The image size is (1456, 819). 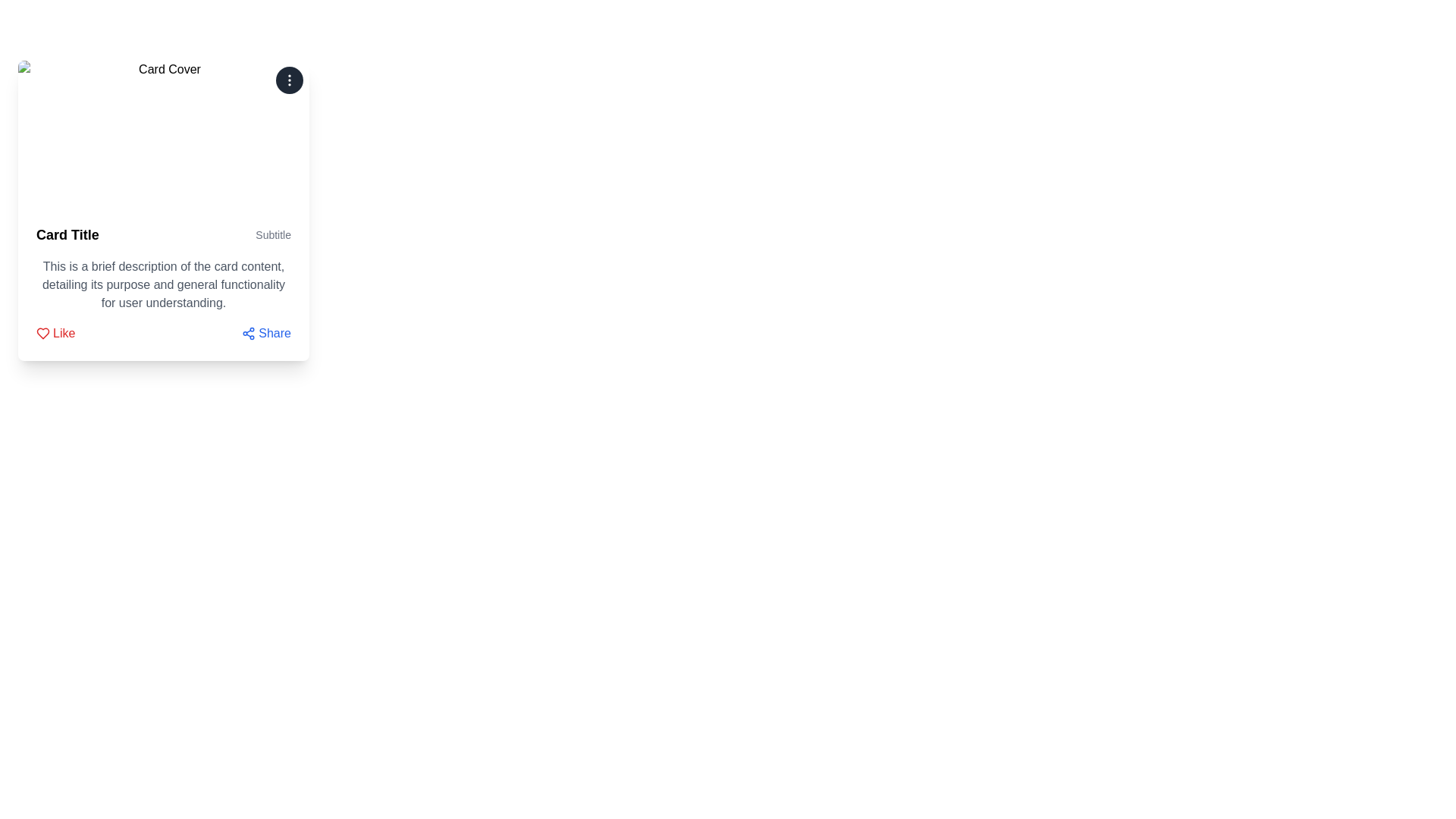 What do you see at coordinates (164, 284) in the screenshot?
I see `text block located in the central lower part of the card, positioned below the title and subtitle, and above the Like and Share options` at bounding box center [164, 284].